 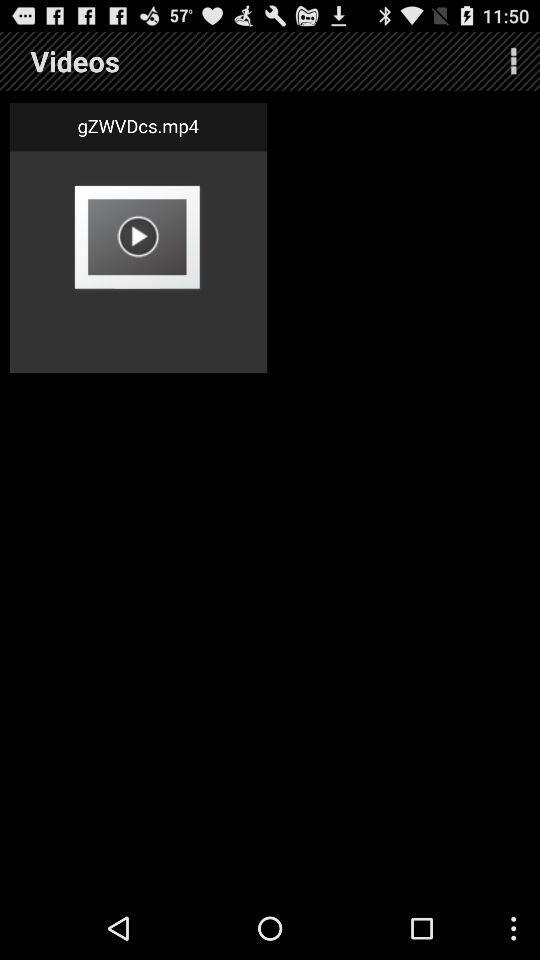 I want to click on the more icon, so click(x=513, y=65).